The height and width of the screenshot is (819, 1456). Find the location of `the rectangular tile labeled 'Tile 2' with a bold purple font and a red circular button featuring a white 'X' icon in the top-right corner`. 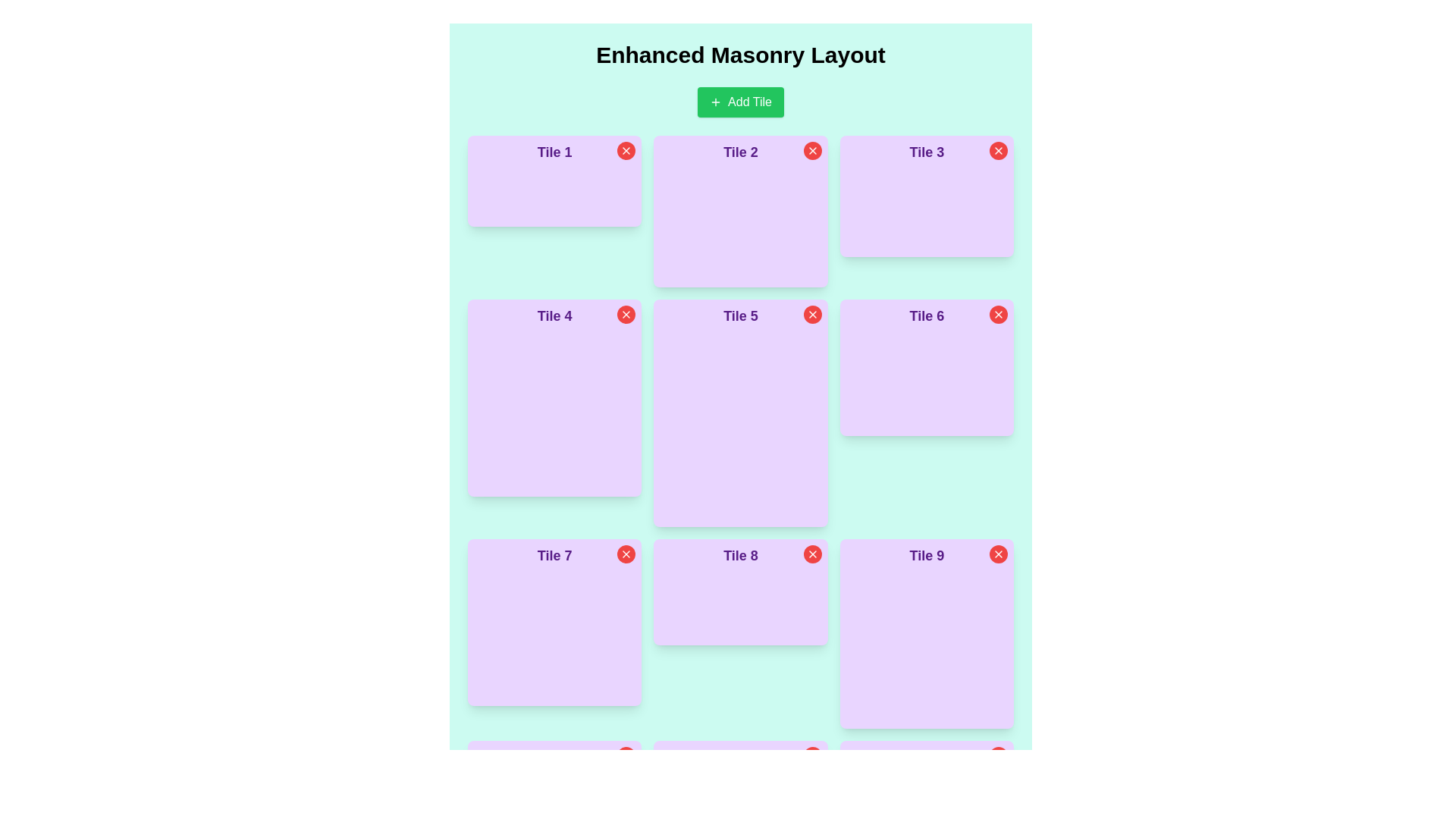

the rectangular tile labeled 'Tile 2' with a bold purple font and a red circular button featuring a white 'X' icon in the top-right corner is located at coordinates (740, 211).